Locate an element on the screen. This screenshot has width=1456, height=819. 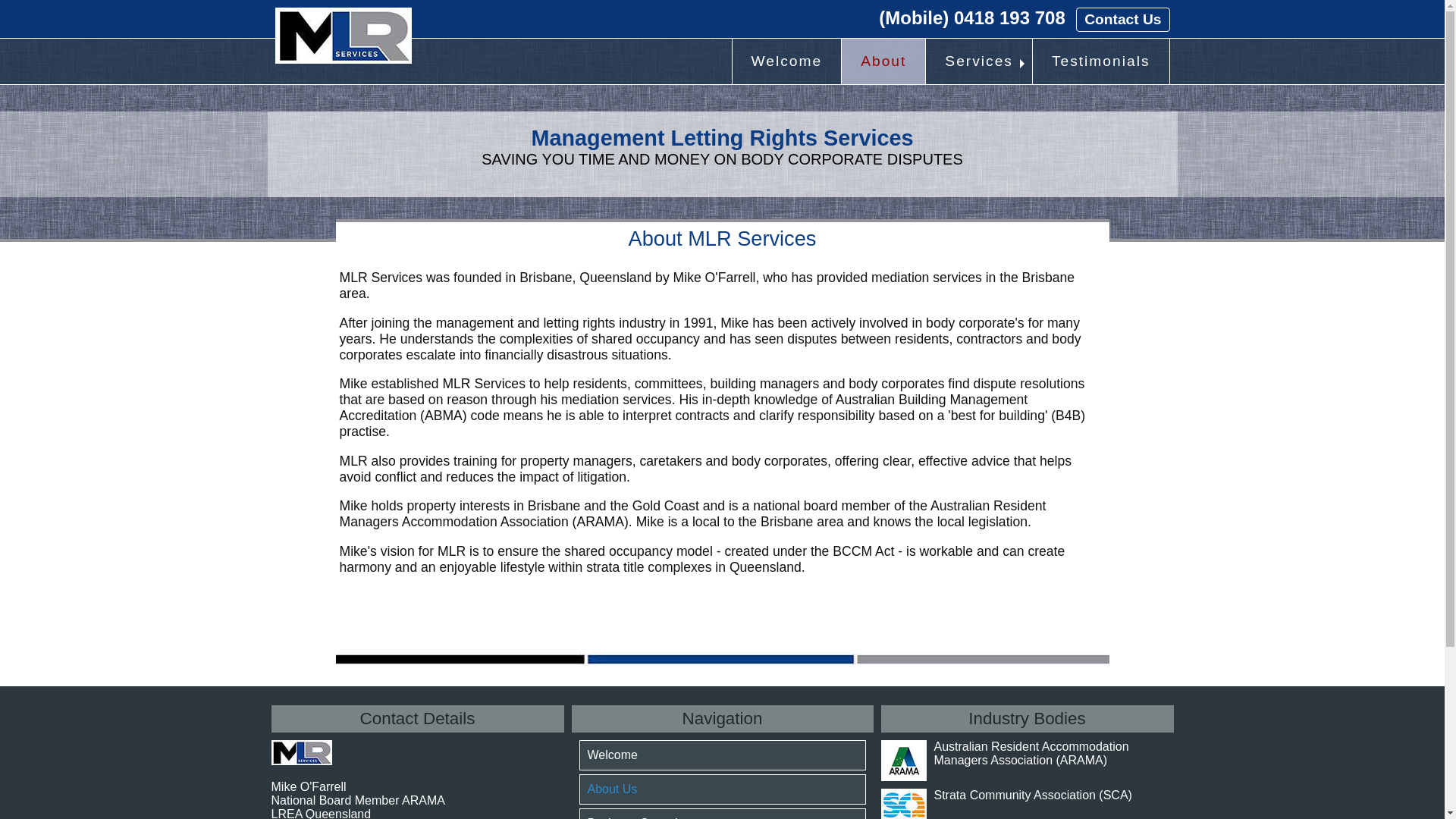
'(Mobile) 0418 193 708' is located at coordinates (971, 17).